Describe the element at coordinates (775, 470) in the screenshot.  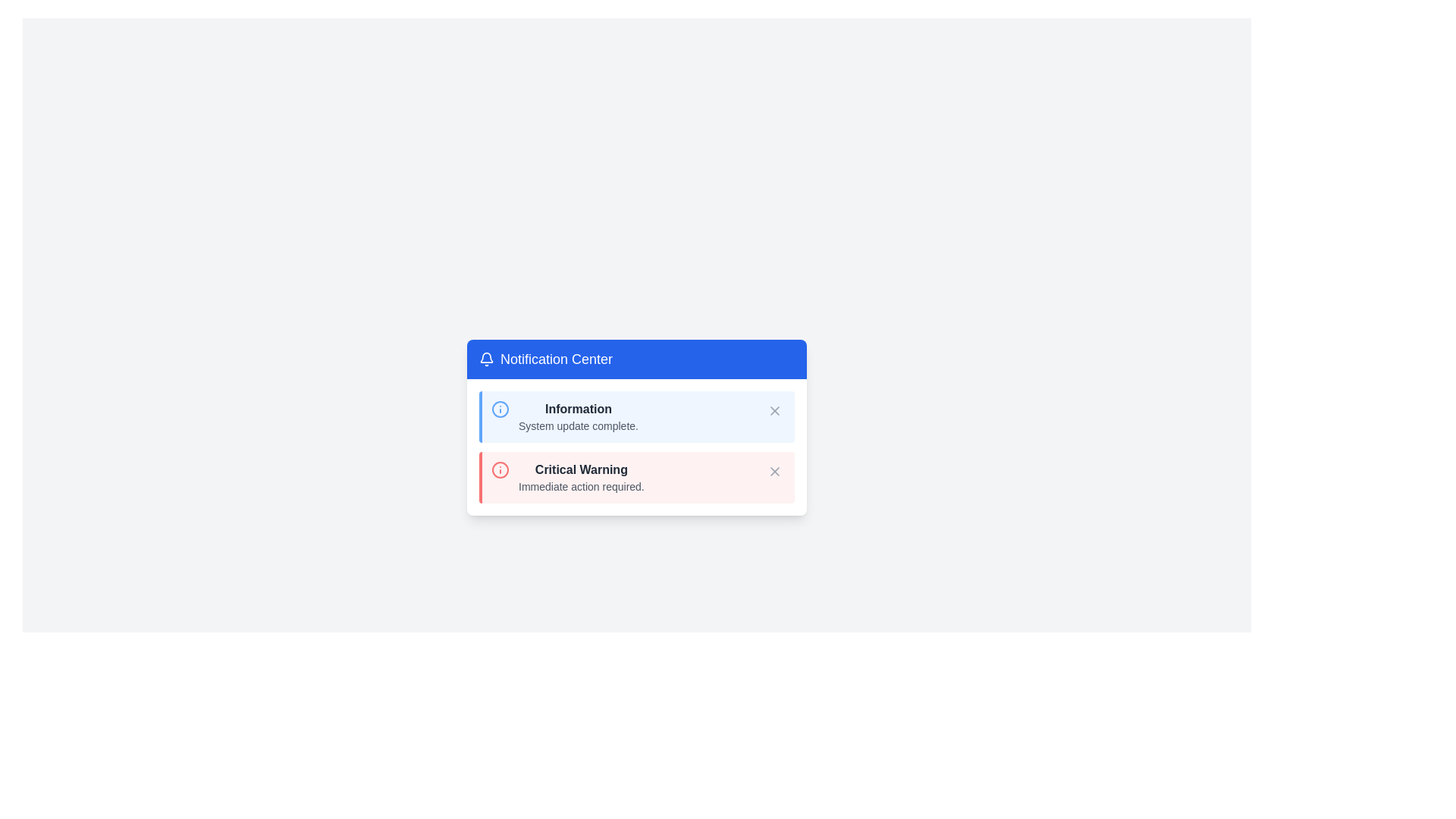
I see `the close button (an 'X' icon) located at the extreme right of the second notification card with a red background labeled 'Critical Warning: Immediate action required'` at that location.